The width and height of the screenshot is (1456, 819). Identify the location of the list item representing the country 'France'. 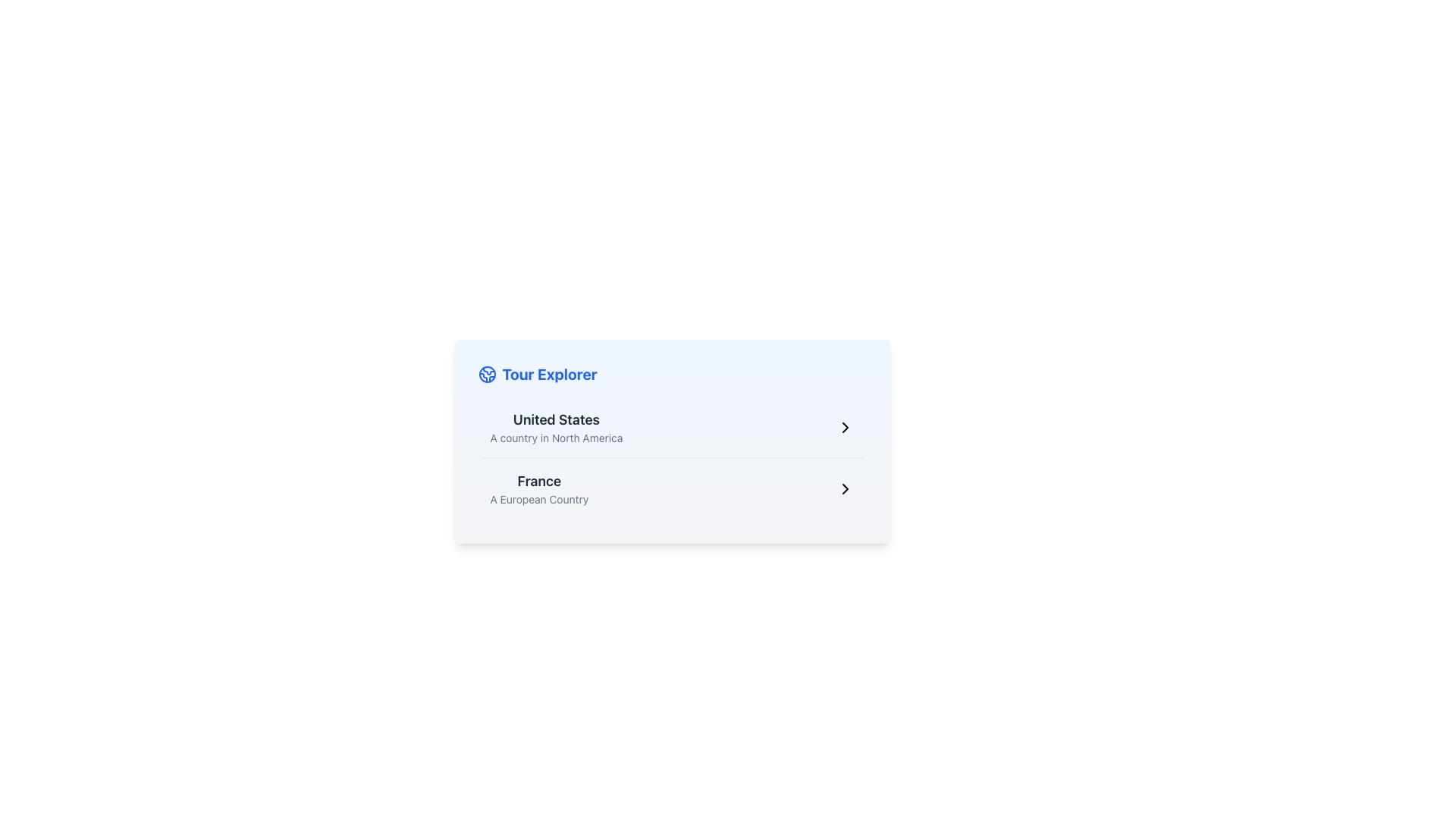
(539, 488).